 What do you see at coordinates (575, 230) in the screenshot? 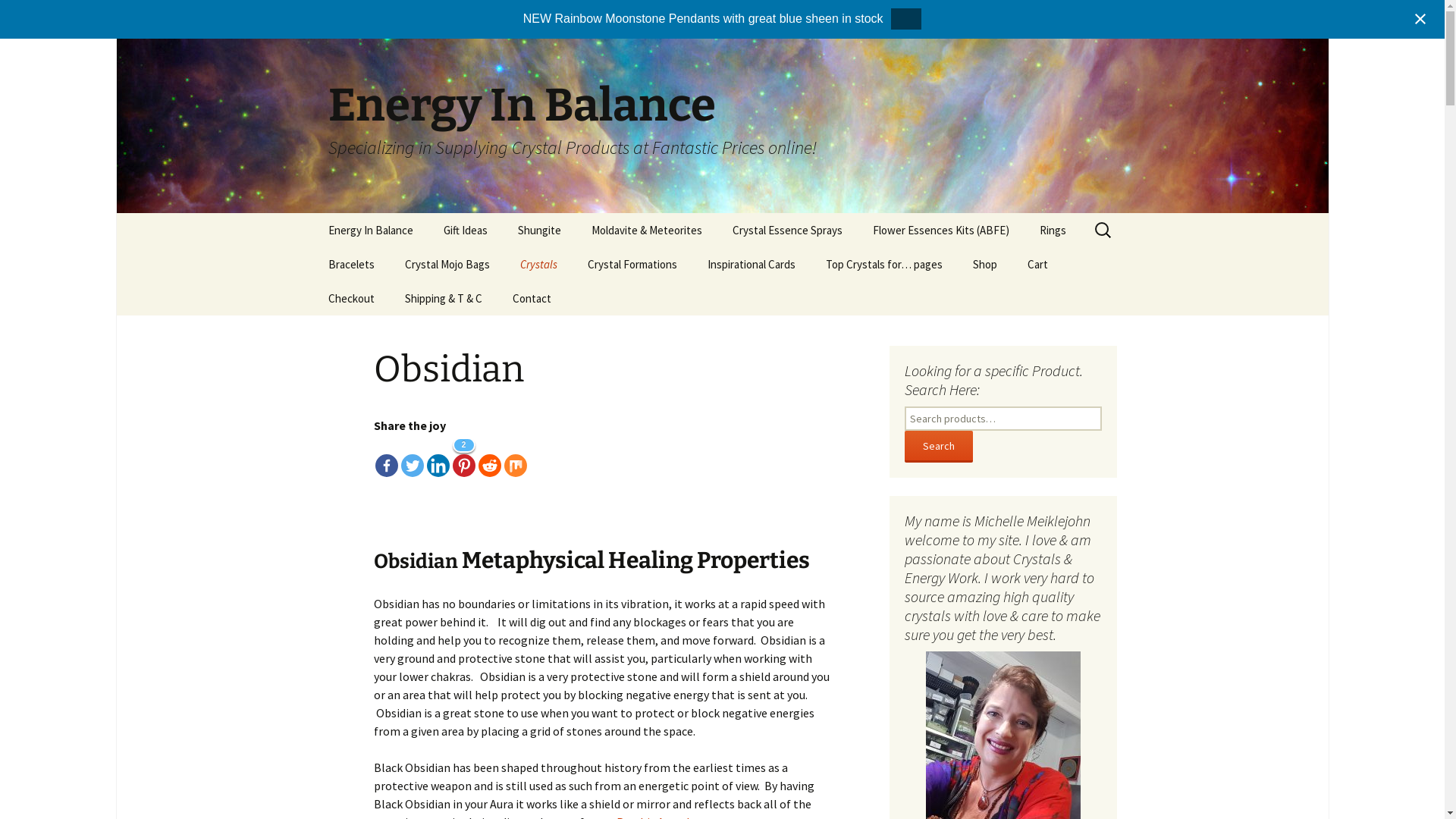
I see `'Moldavite & Meteorites'` at bounding box center [575, 230].